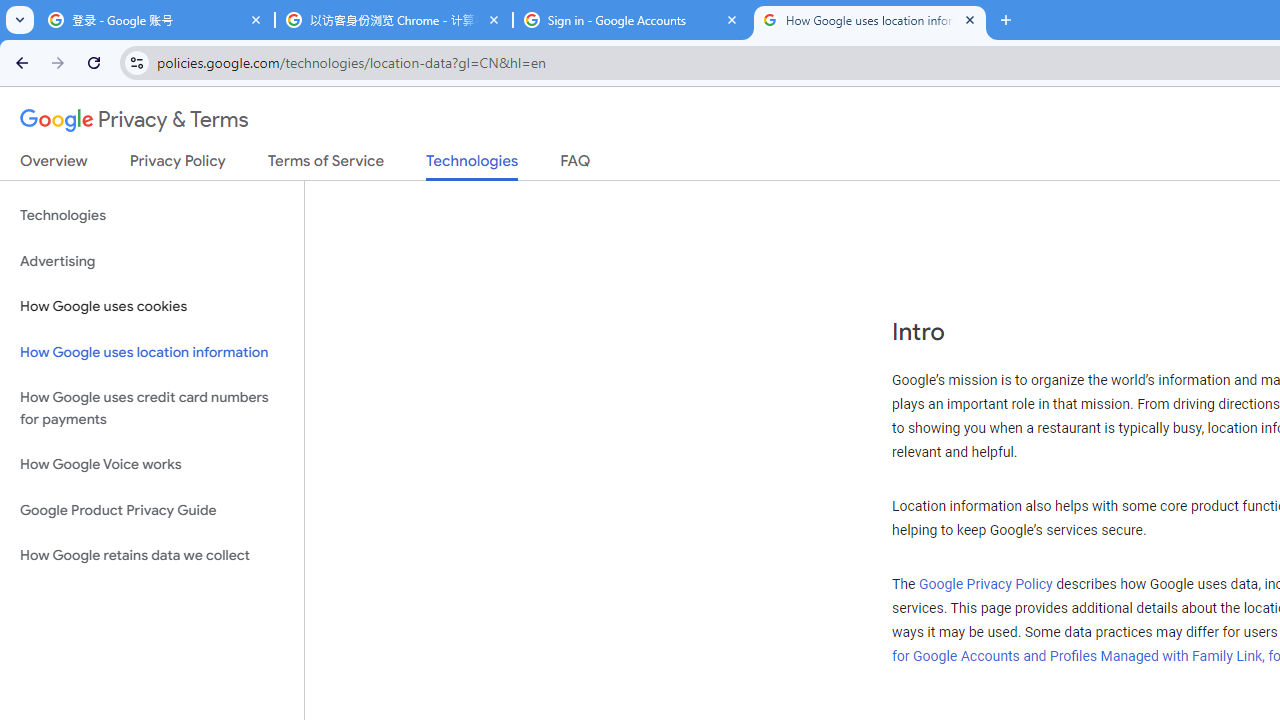  Describe the element at coordinates (631, 20) in the screenshot. I see `'Sign in - Google Accounts'` at that location.